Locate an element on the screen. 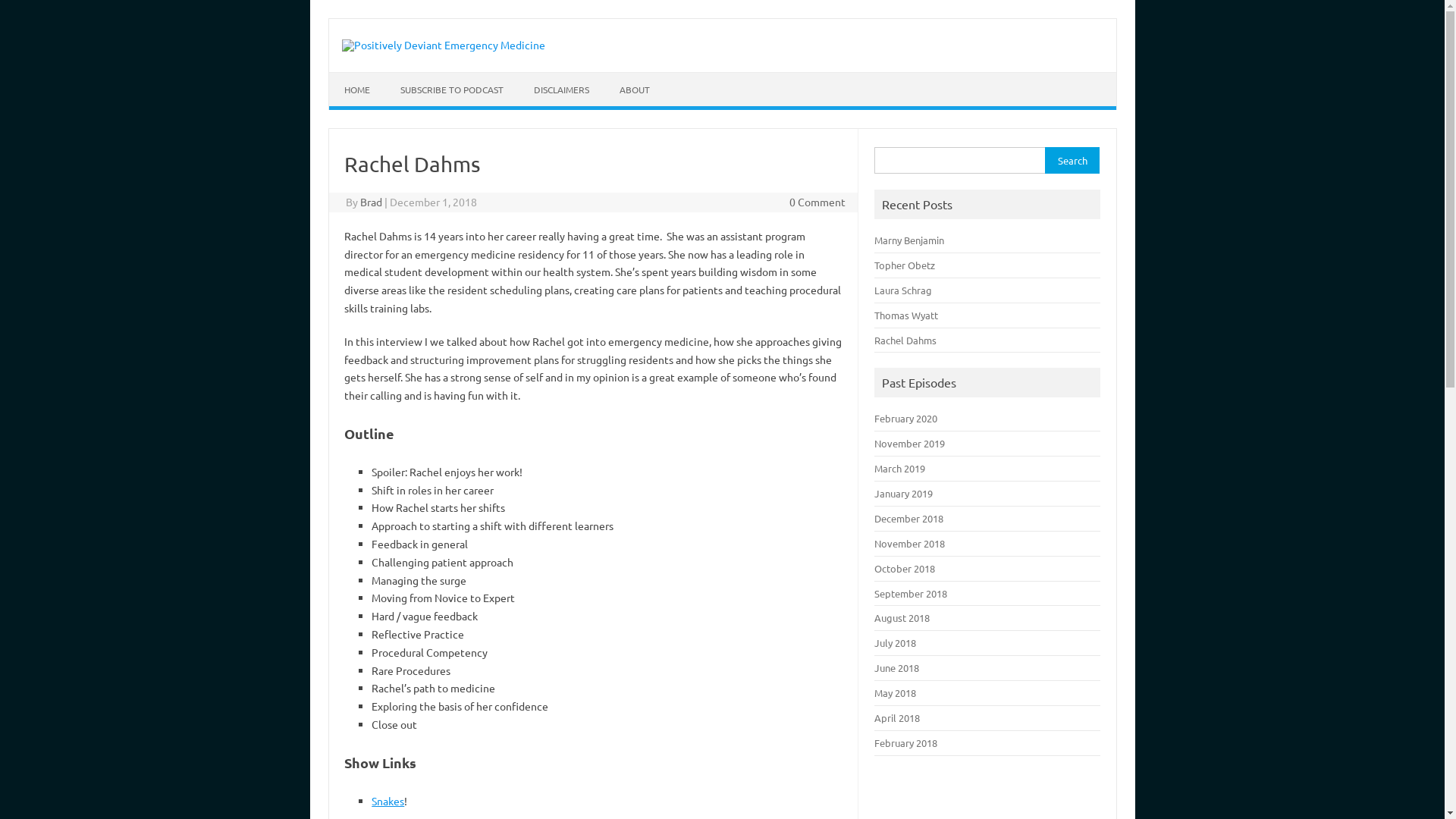  'July 2018' is located at coordinates (895, 642).